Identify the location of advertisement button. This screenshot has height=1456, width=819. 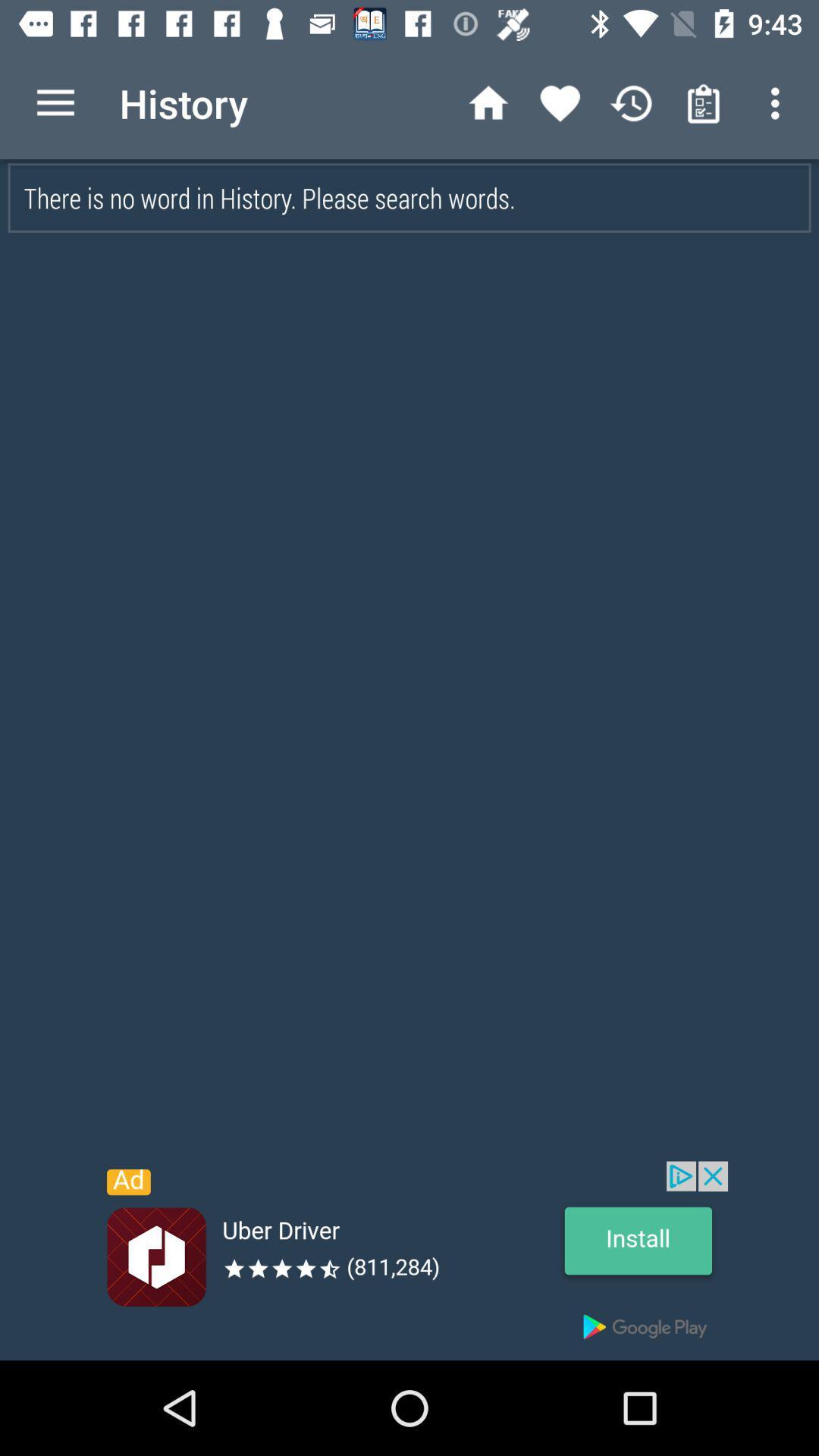
(409, 1260).